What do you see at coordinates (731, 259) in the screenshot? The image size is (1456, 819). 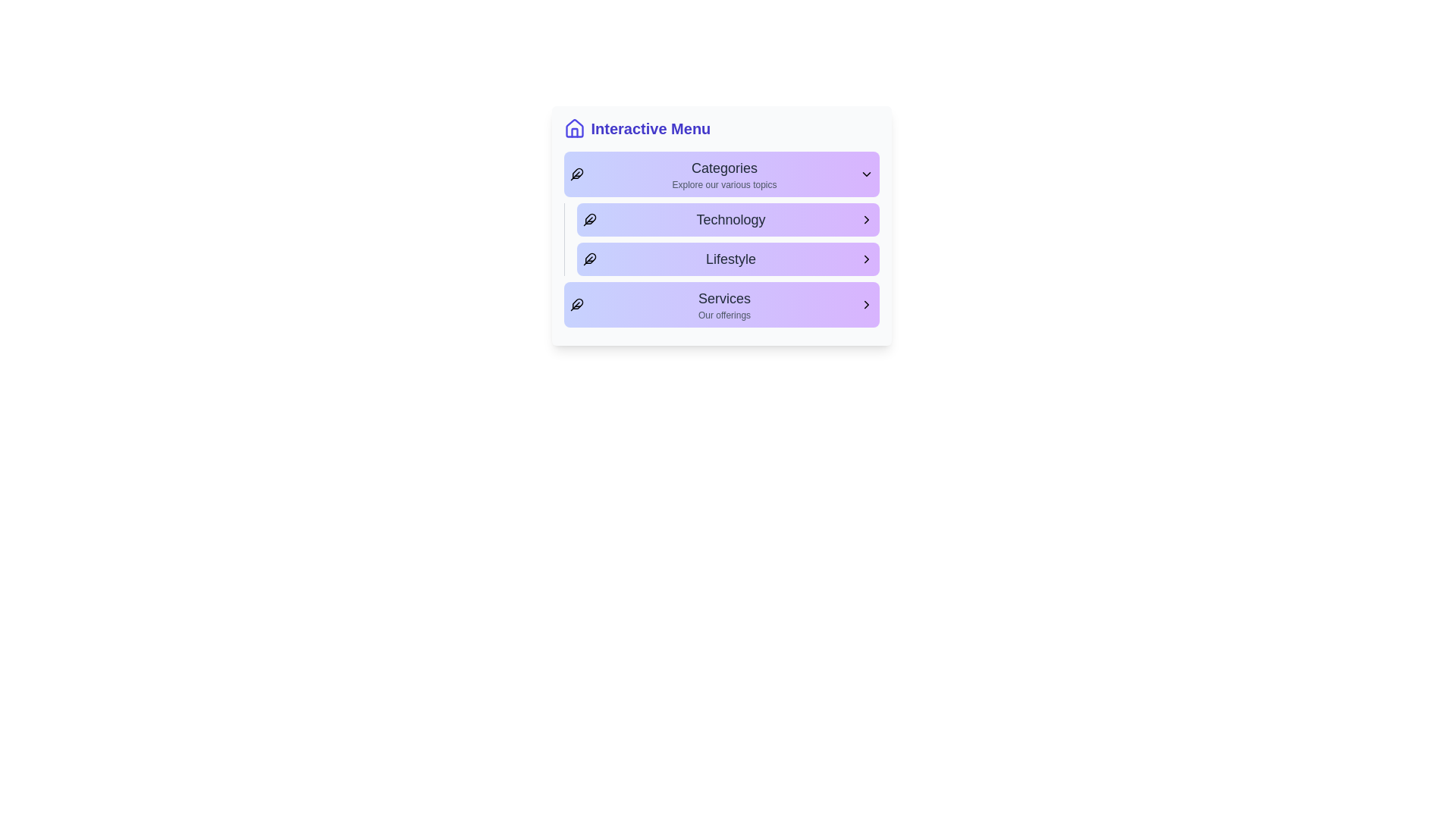 I see `the 'Lifestyle' text label within the gradient-colored button in the 'Interactive Menu'` at bounding box center [731, 259].